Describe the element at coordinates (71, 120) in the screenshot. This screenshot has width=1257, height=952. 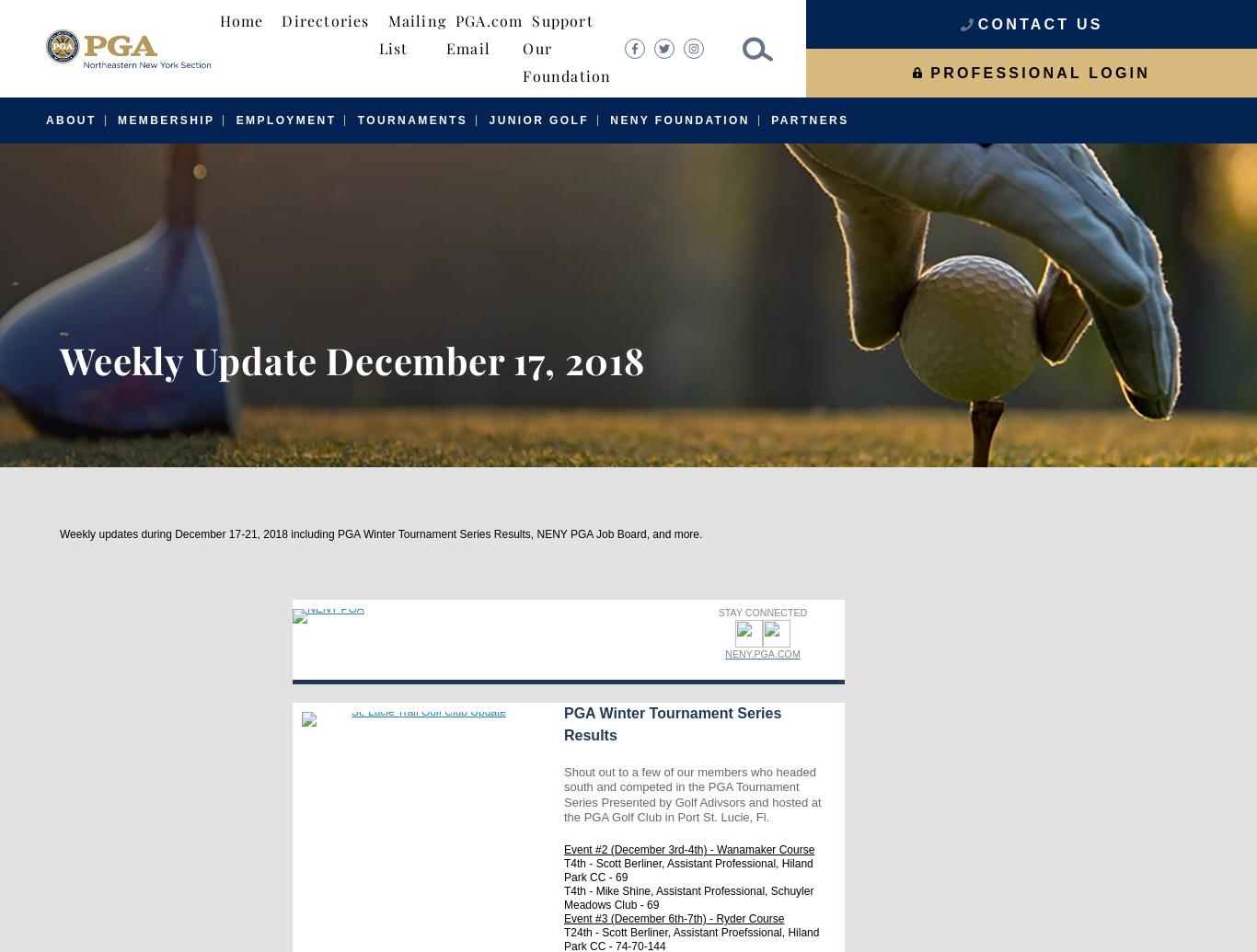
I see `'About'` at that location.